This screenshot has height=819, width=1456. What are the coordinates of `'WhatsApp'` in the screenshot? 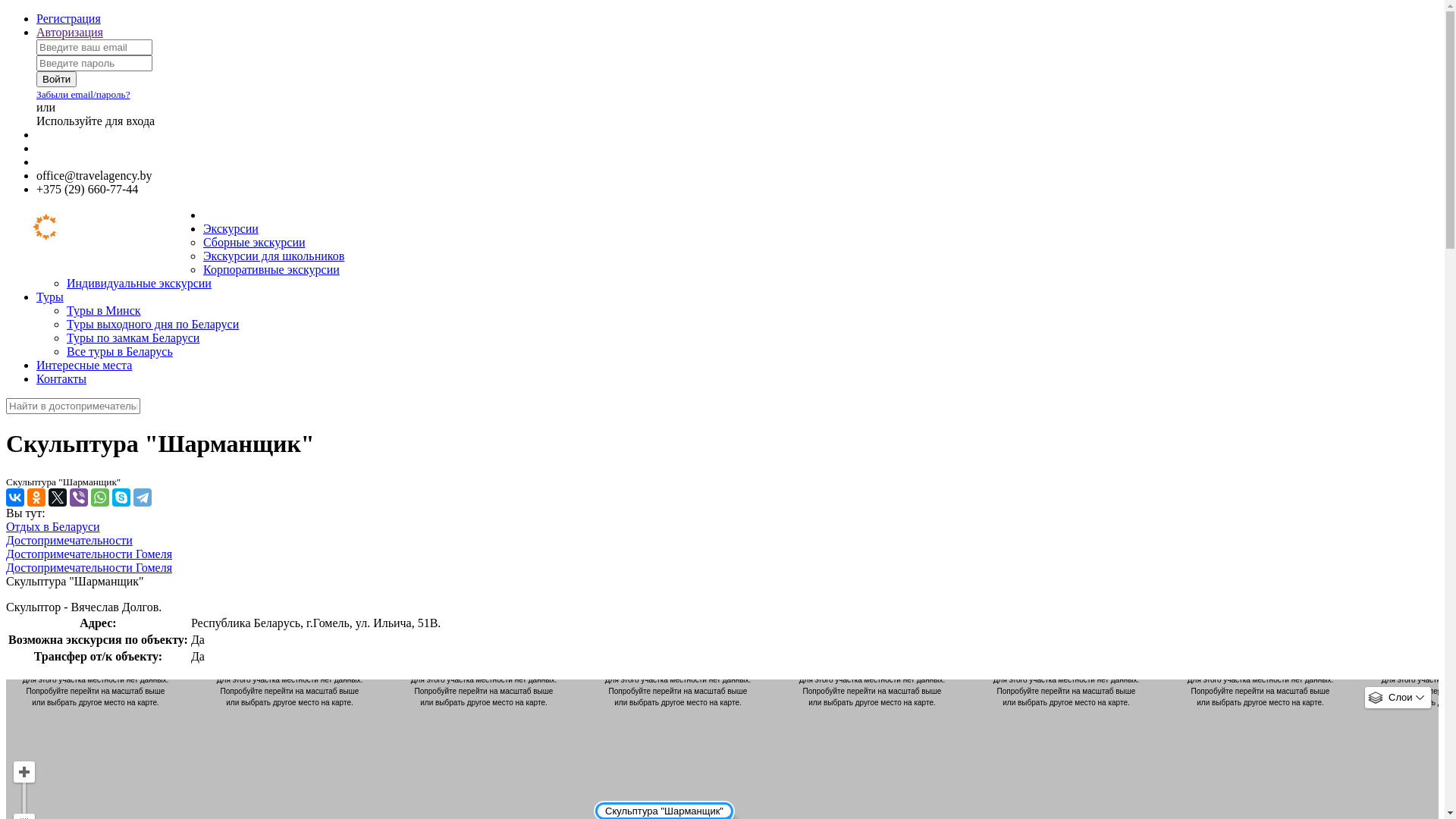 It's located at (99, 497).